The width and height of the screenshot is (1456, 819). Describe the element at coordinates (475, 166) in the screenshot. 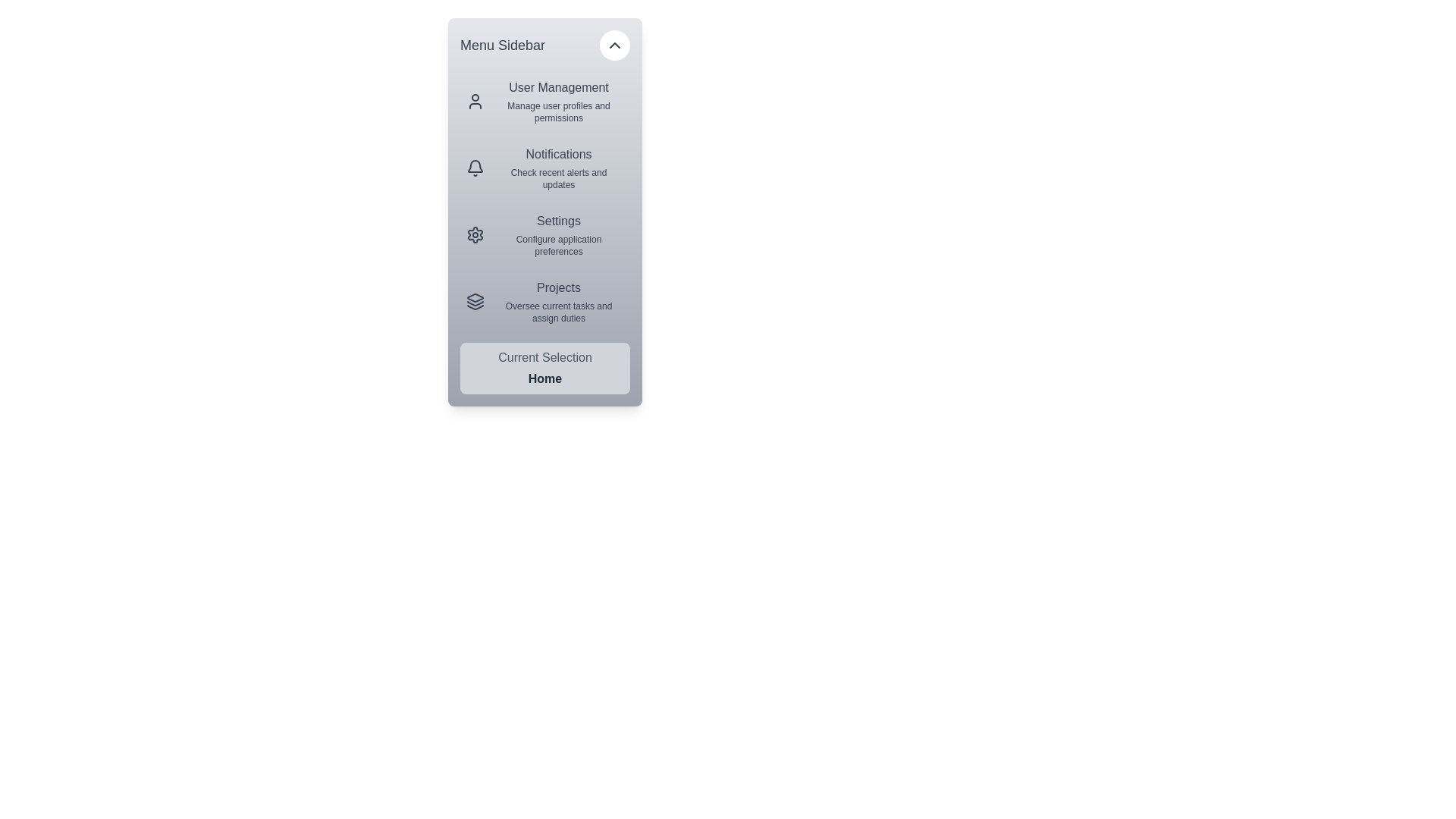

I see `the bell icon in the menu sidebar that signifies notifications, located directly below the User Management icon and above the Settings icon` at that location.